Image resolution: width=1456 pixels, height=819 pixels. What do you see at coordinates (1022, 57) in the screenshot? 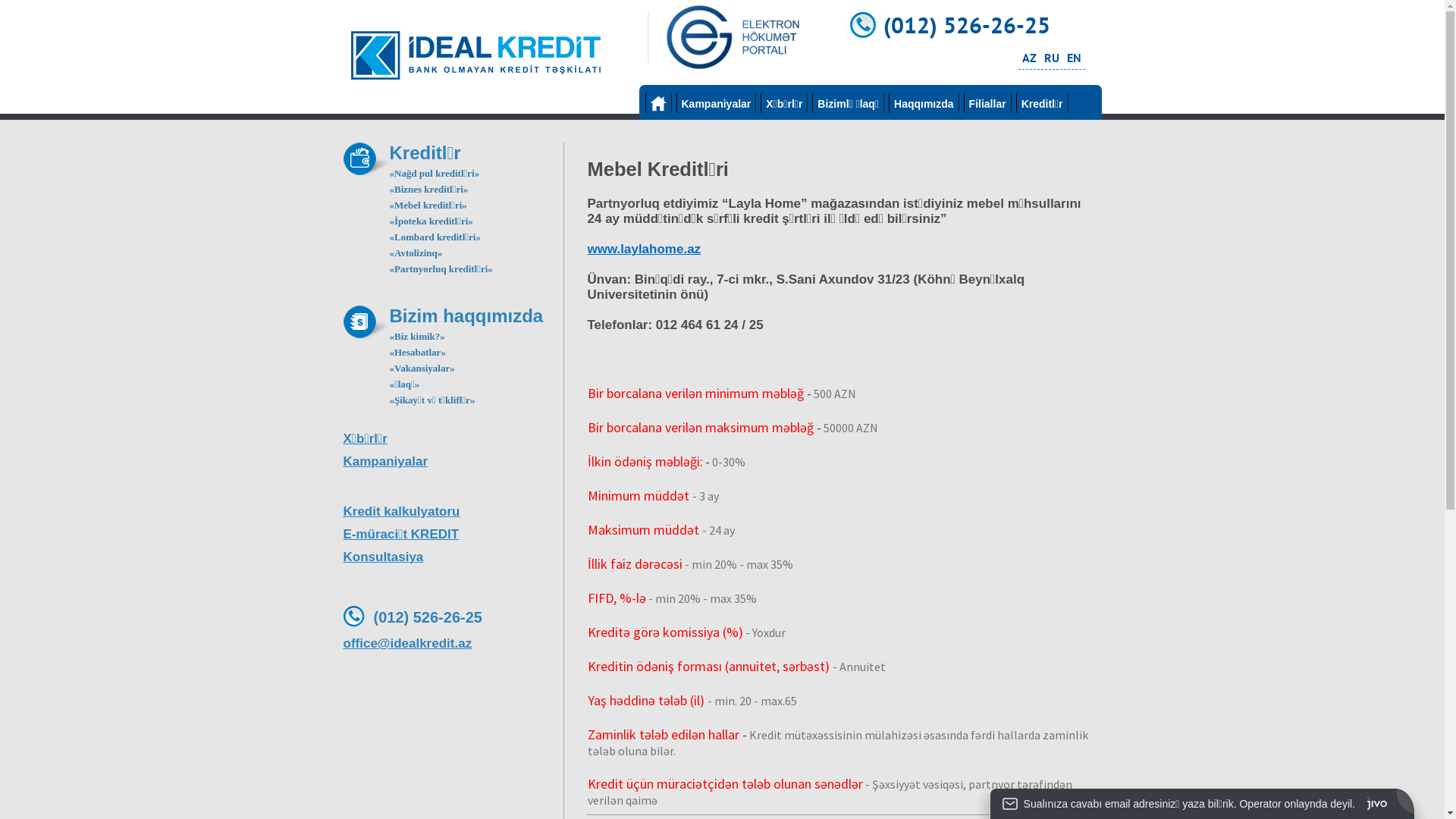
I see `'AZ'` at bounding box center [1022, 57].